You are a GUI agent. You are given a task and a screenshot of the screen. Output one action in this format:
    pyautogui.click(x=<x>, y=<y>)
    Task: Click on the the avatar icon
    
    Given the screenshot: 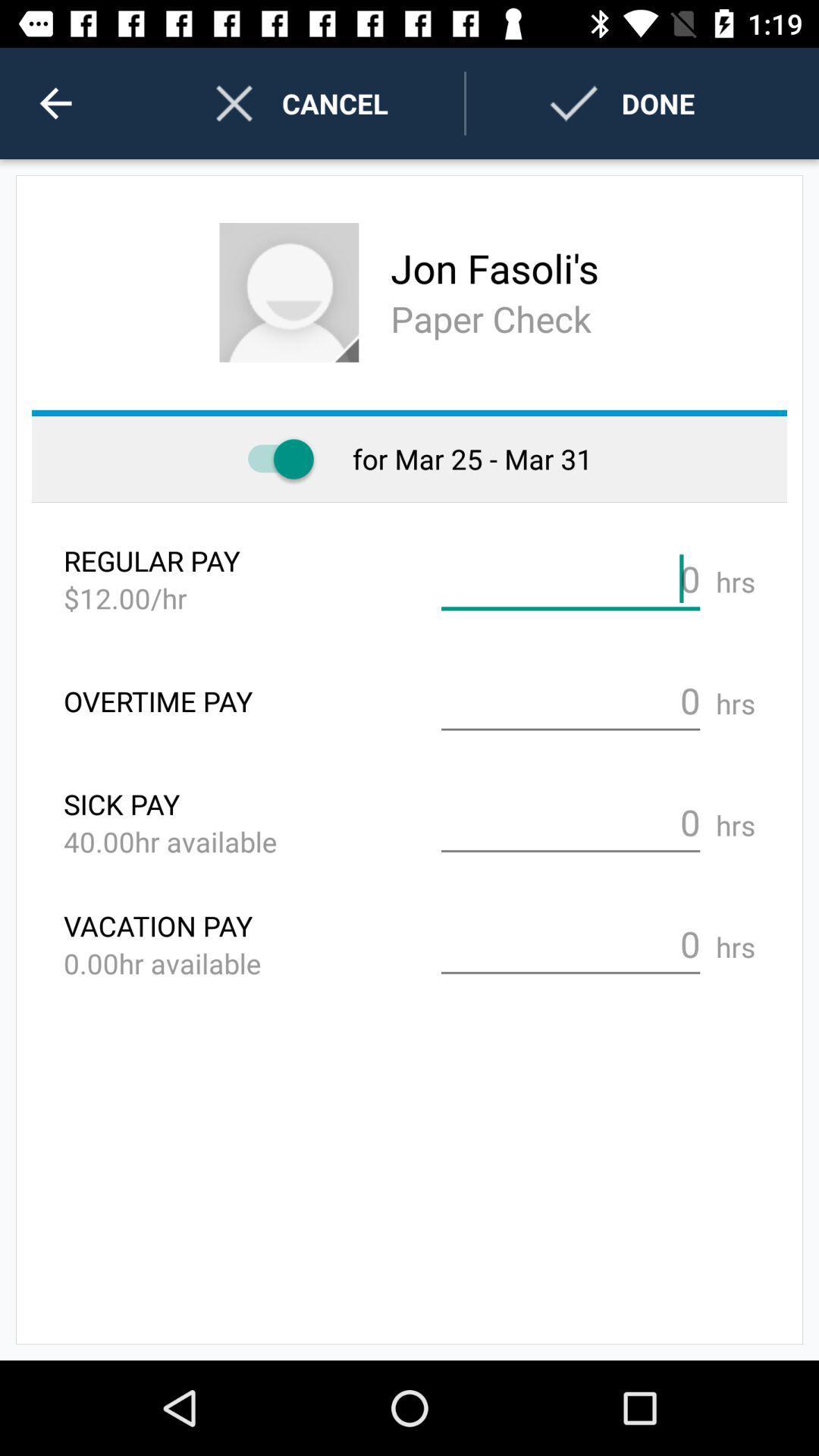 What is the action you would take?
    pyautogui.click(x=289, y=292)
    